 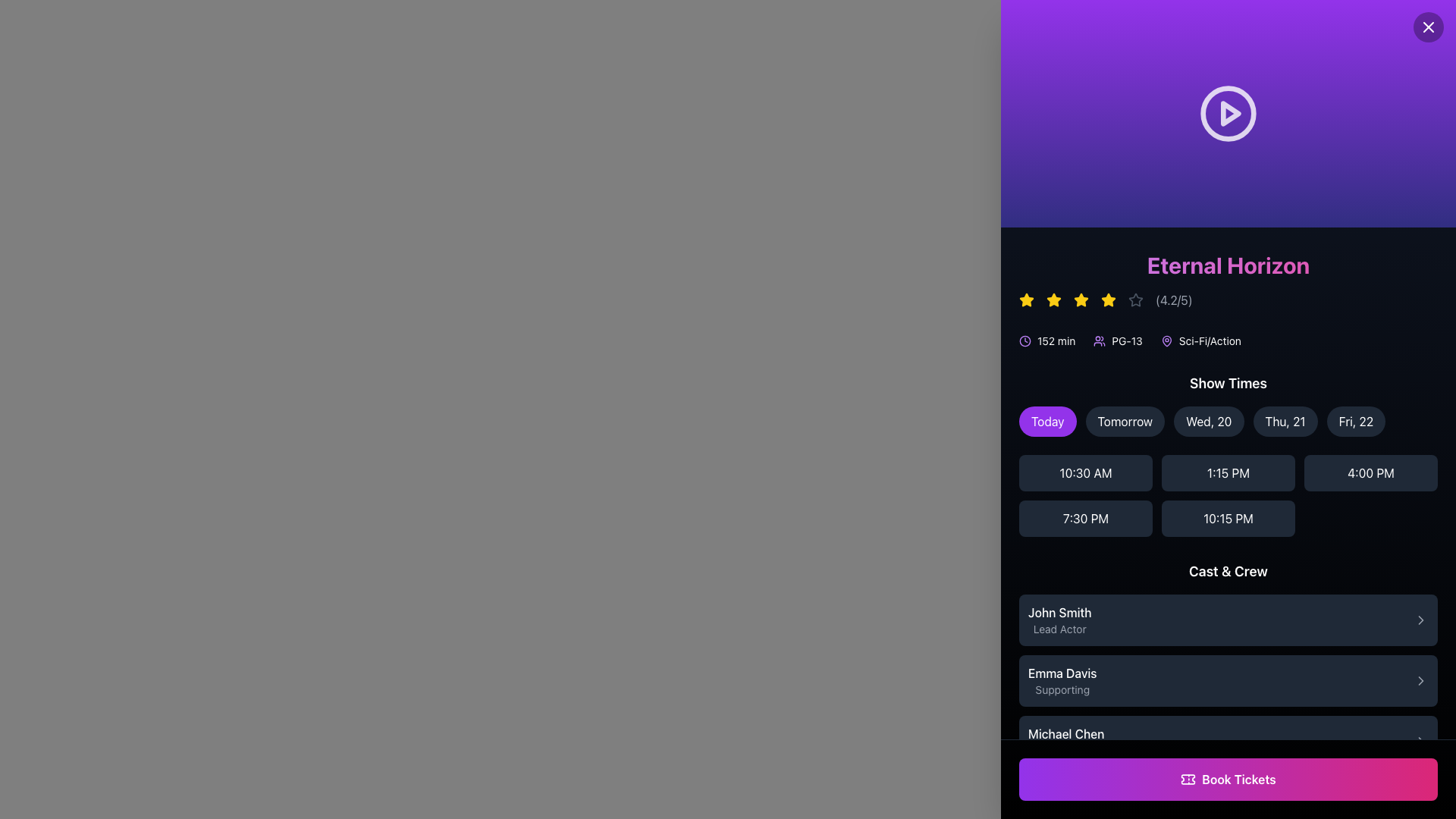 What do you see at coordinates (1420, 741) in the screenshot?
I see `the Chevron arrow icon, a small rightward-pointing arrow styled as a simple vector graphic in a gray tone, located in the lower right section of the interface` at bounding box center [1420, 741].